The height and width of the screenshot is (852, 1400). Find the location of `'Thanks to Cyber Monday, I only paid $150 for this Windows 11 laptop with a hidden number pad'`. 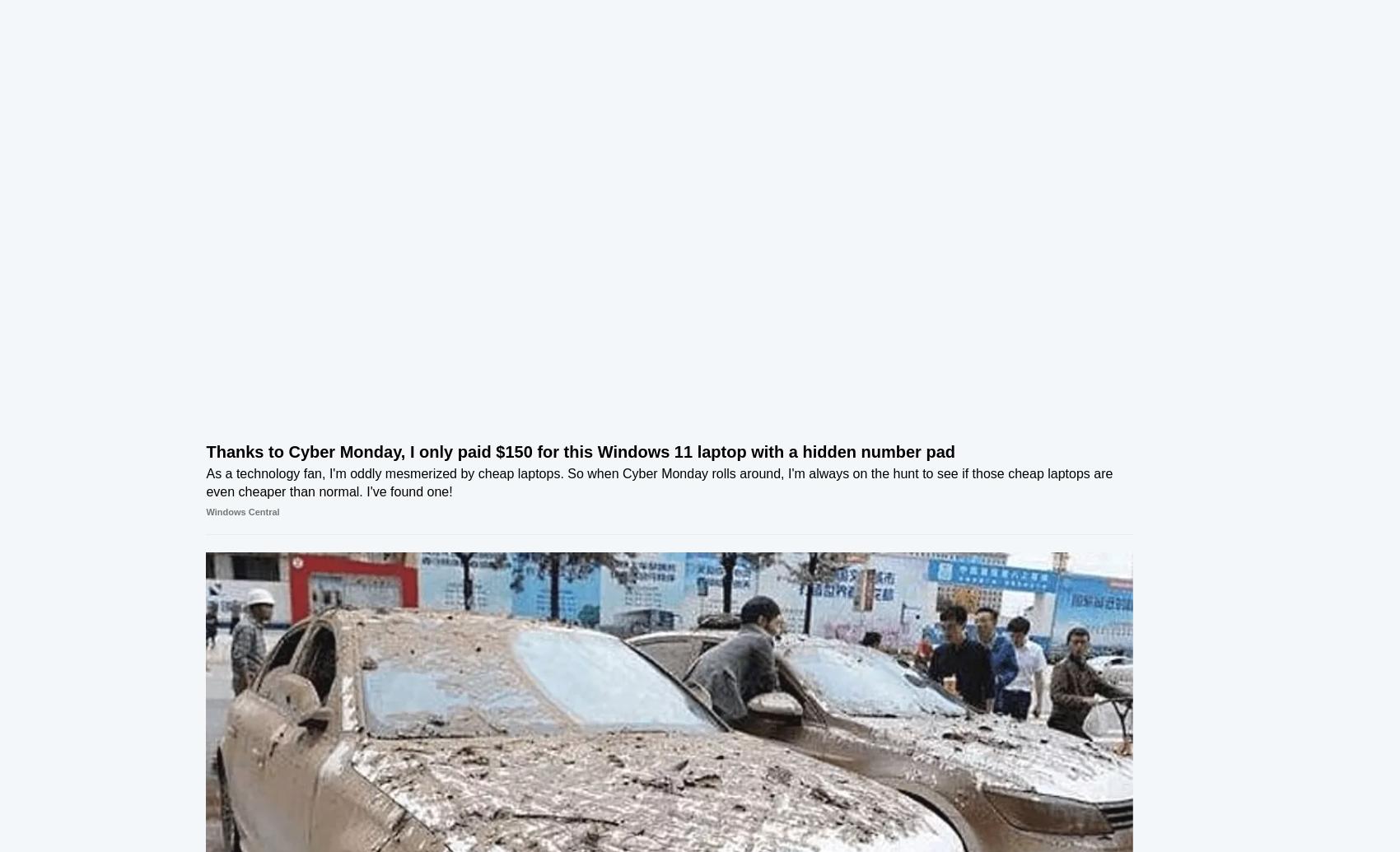

'Thanks to Cyber Monday, I only paid $150 for this Windows 11 laptop with a hidden number pad' is located at coordinates (504, 454).